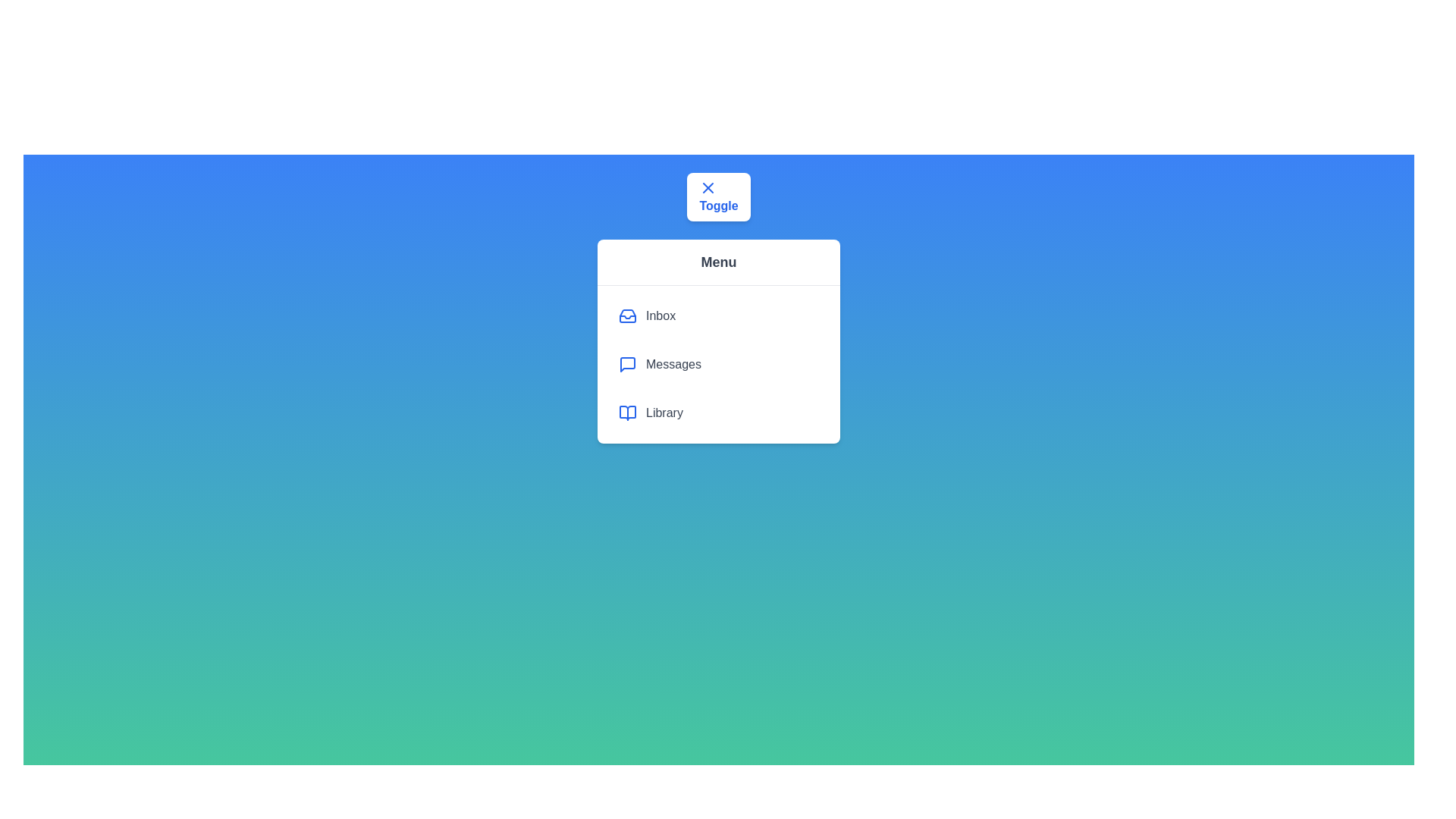 This screenshot has height=819, width=1456. What do you see at coordinates (718, 315) in the screenshot?
I see `the menu item Inbox to highlight it` at bounding box center [718, 315].